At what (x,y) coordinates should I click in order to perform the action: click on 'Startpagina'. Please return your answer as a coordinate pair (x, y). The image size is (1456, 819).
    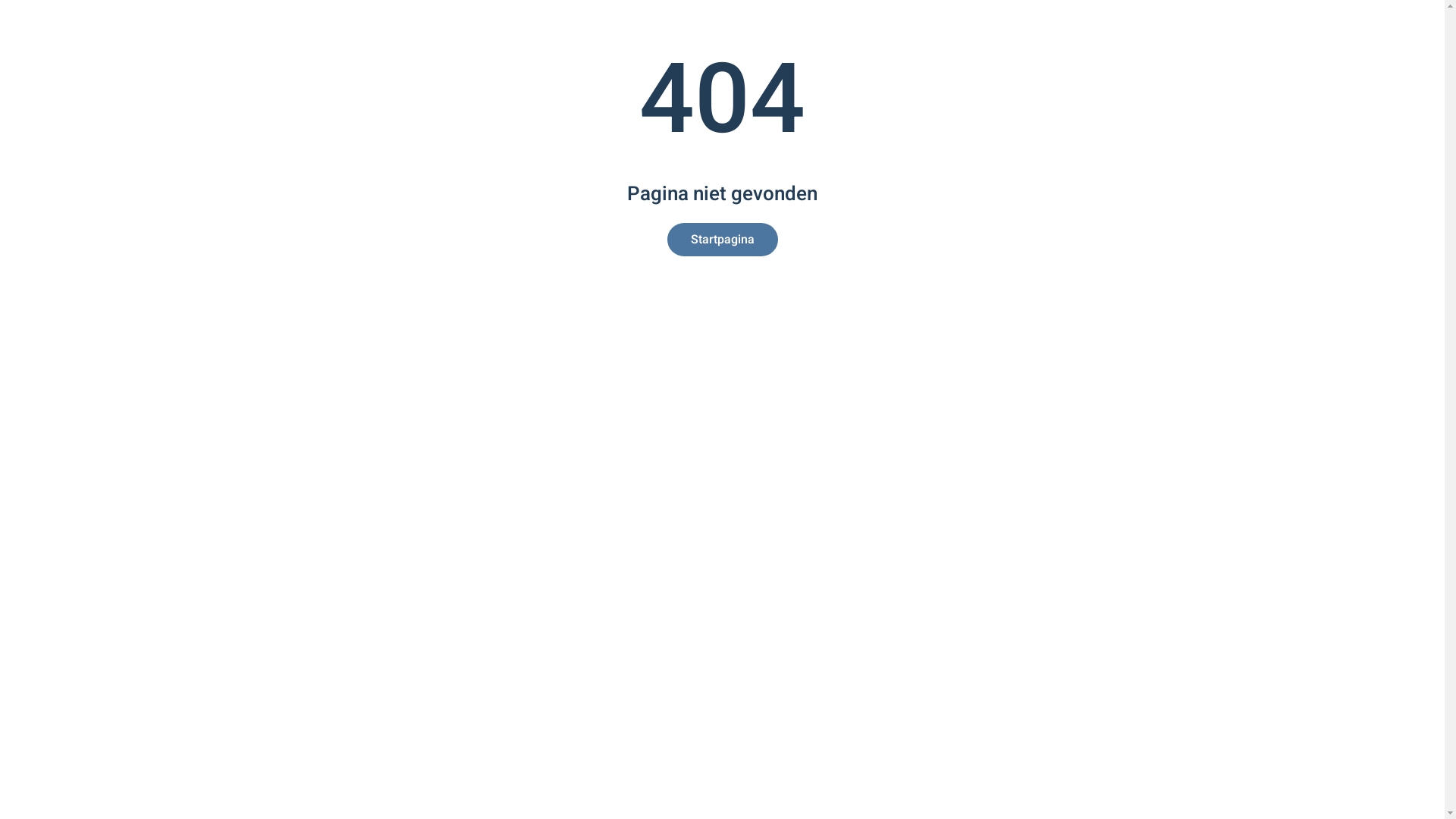
    Looking at the image, I should click on (722, 239).